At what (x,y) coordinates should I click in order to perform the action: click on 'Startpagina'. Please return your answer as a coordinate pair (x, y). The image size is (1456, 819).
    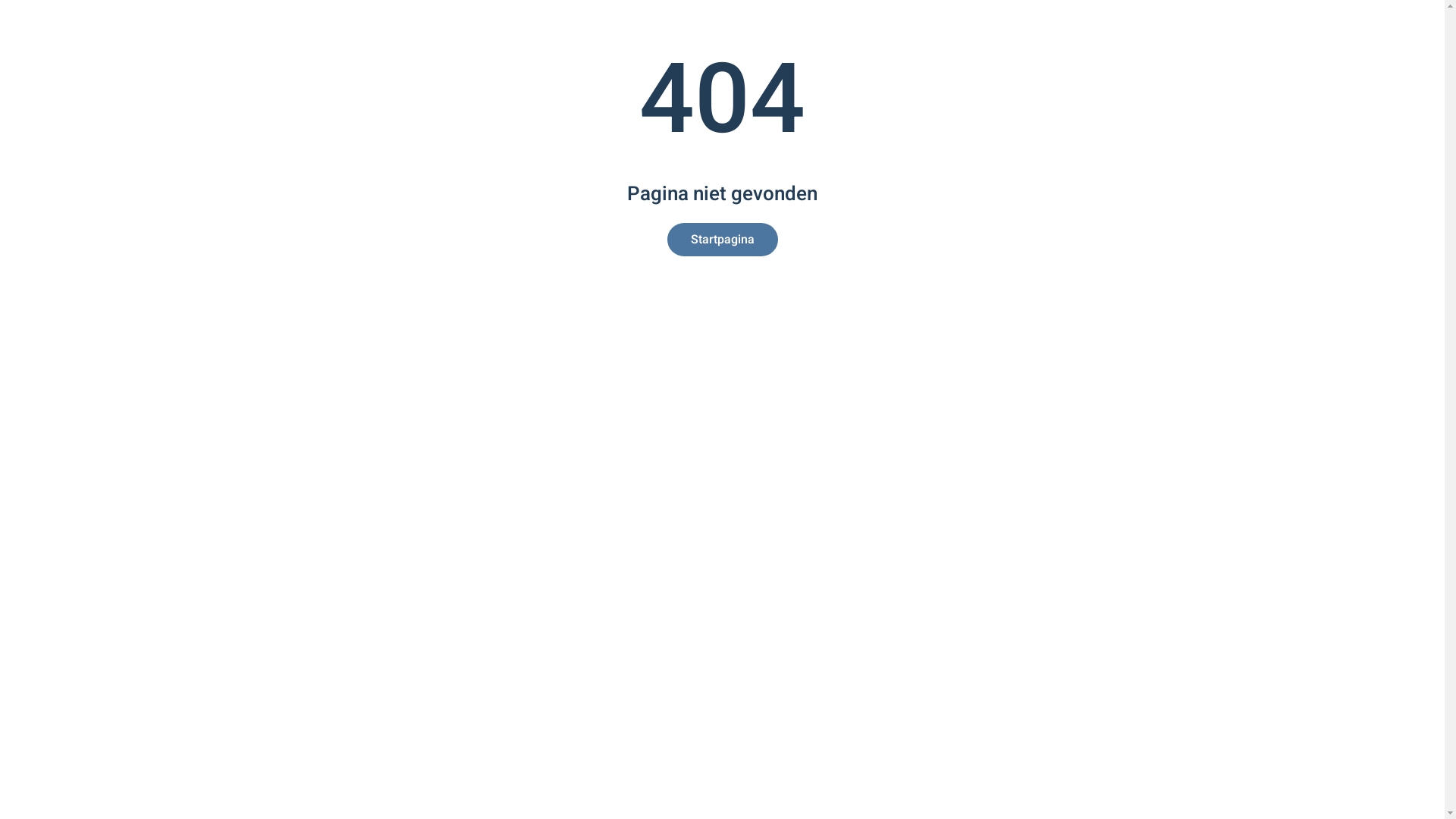
    Looking at the image, I should click on (722, 239).